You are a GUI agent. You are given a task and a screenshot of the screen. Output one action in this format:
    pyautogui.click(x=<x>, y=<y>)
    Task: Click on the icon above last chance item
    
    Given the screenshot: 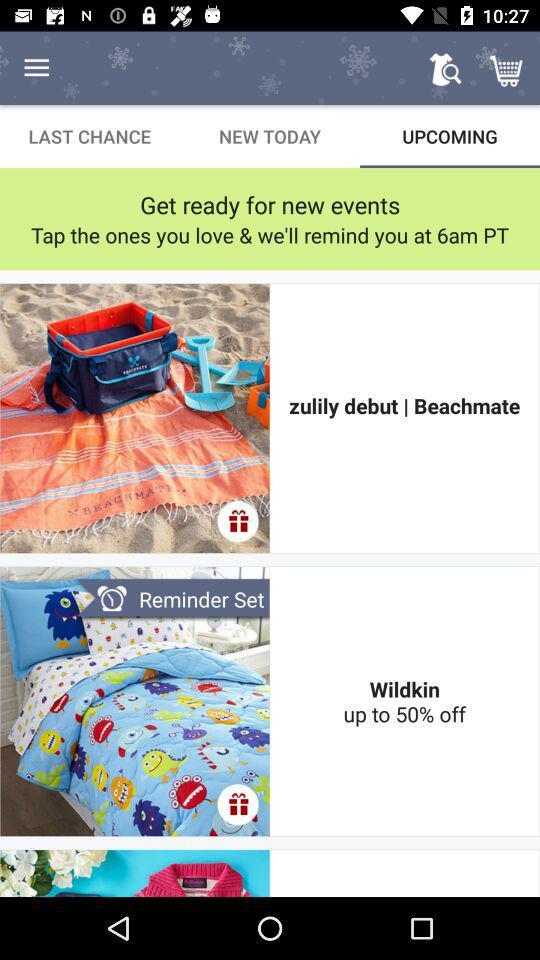 What is the action you would take?
    pyautogui.click(x=36, y=68)
    